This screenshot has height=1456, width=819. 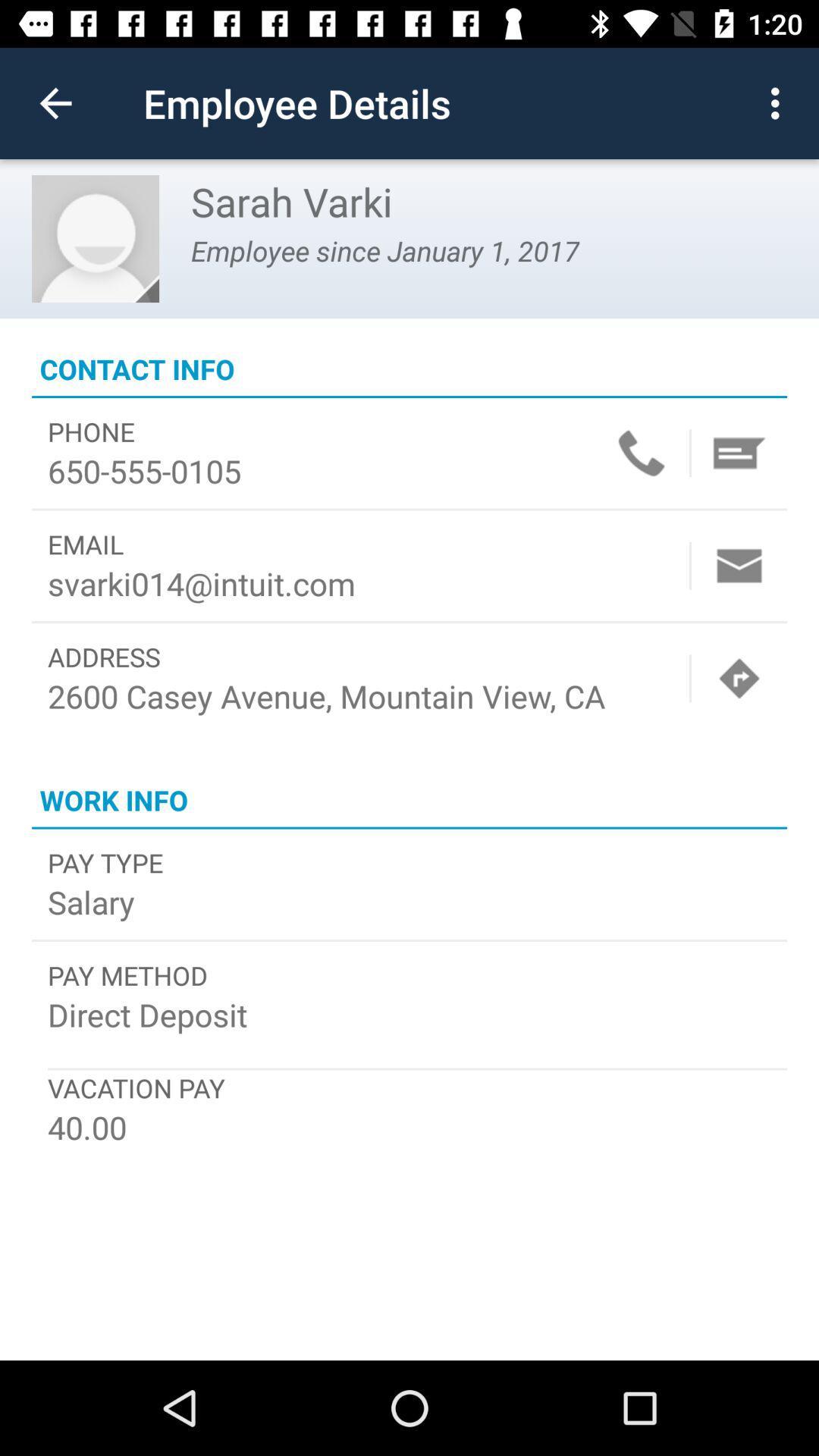 What do you see at coordinates (96, 238) in the screenshot?
I see `item to the left of sarah varki item` at bounding box center [96, 238].